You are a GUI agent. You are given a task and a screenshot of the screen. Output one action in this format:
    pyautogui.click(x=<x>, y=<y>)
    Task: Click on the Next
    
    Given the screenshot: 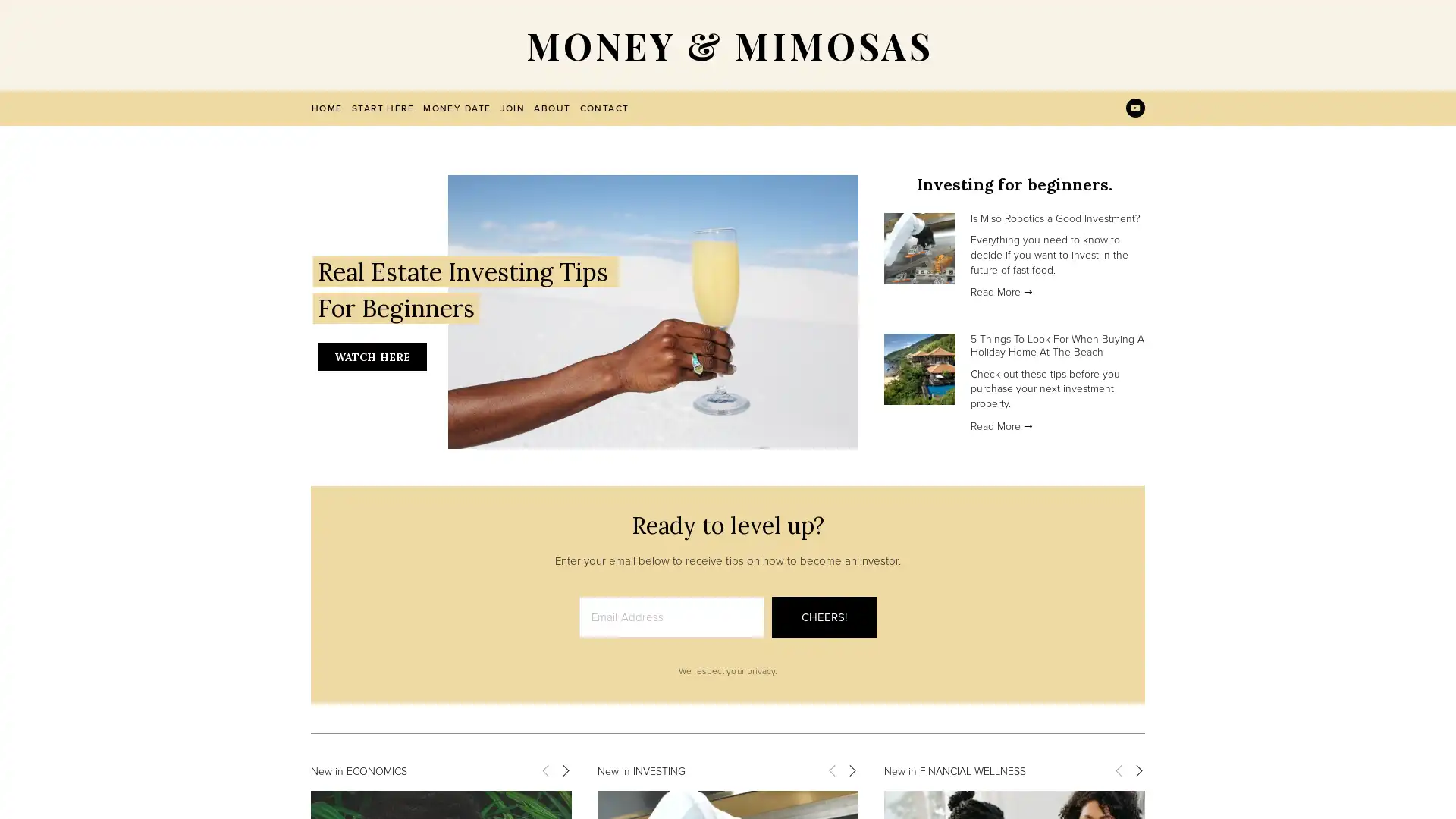 What is the action you would take?
    pyautogui.click(x=852, y=769)
    